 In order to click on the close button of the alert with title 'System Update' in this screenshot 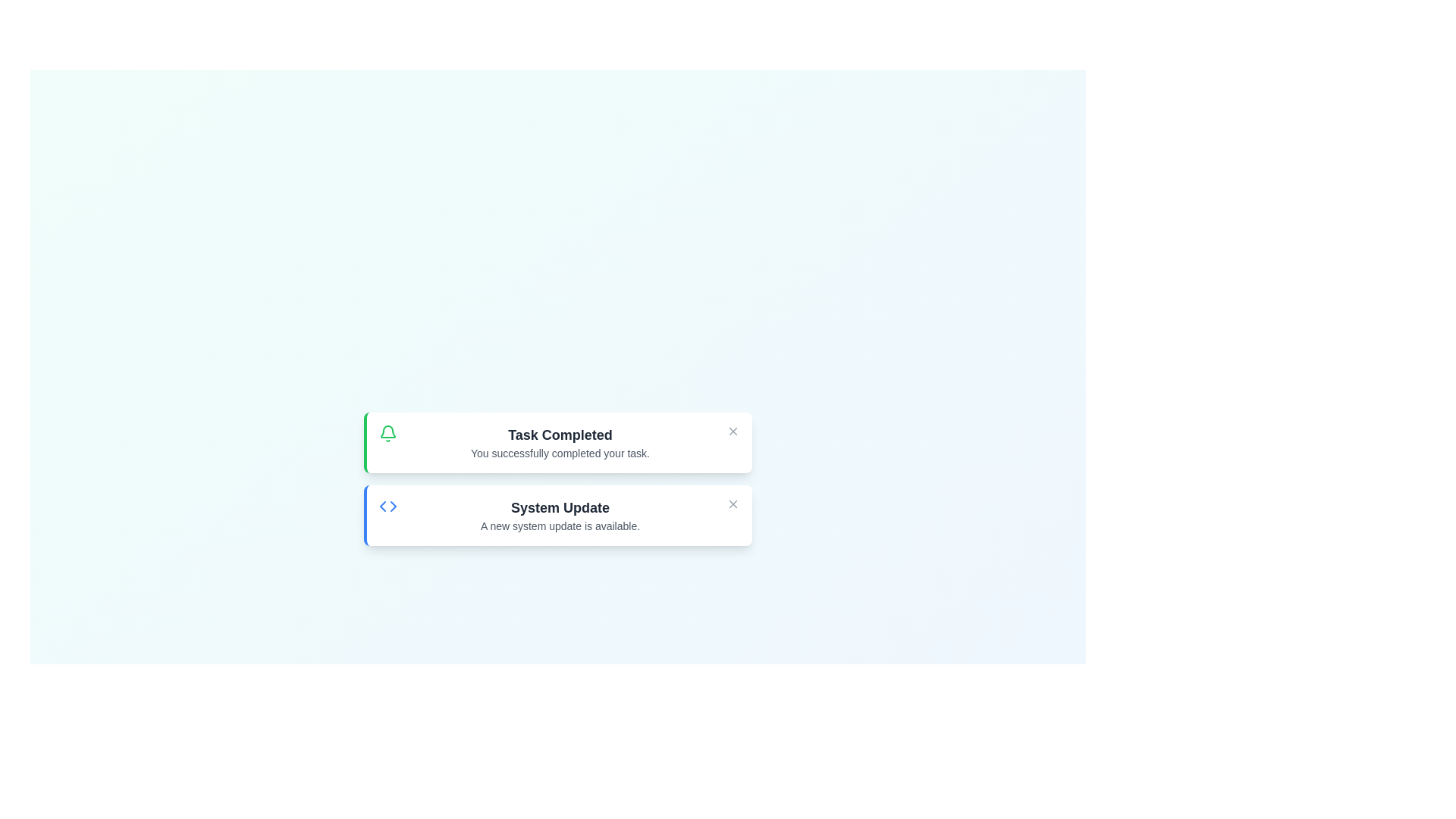, I will do `click(733, 504)`.